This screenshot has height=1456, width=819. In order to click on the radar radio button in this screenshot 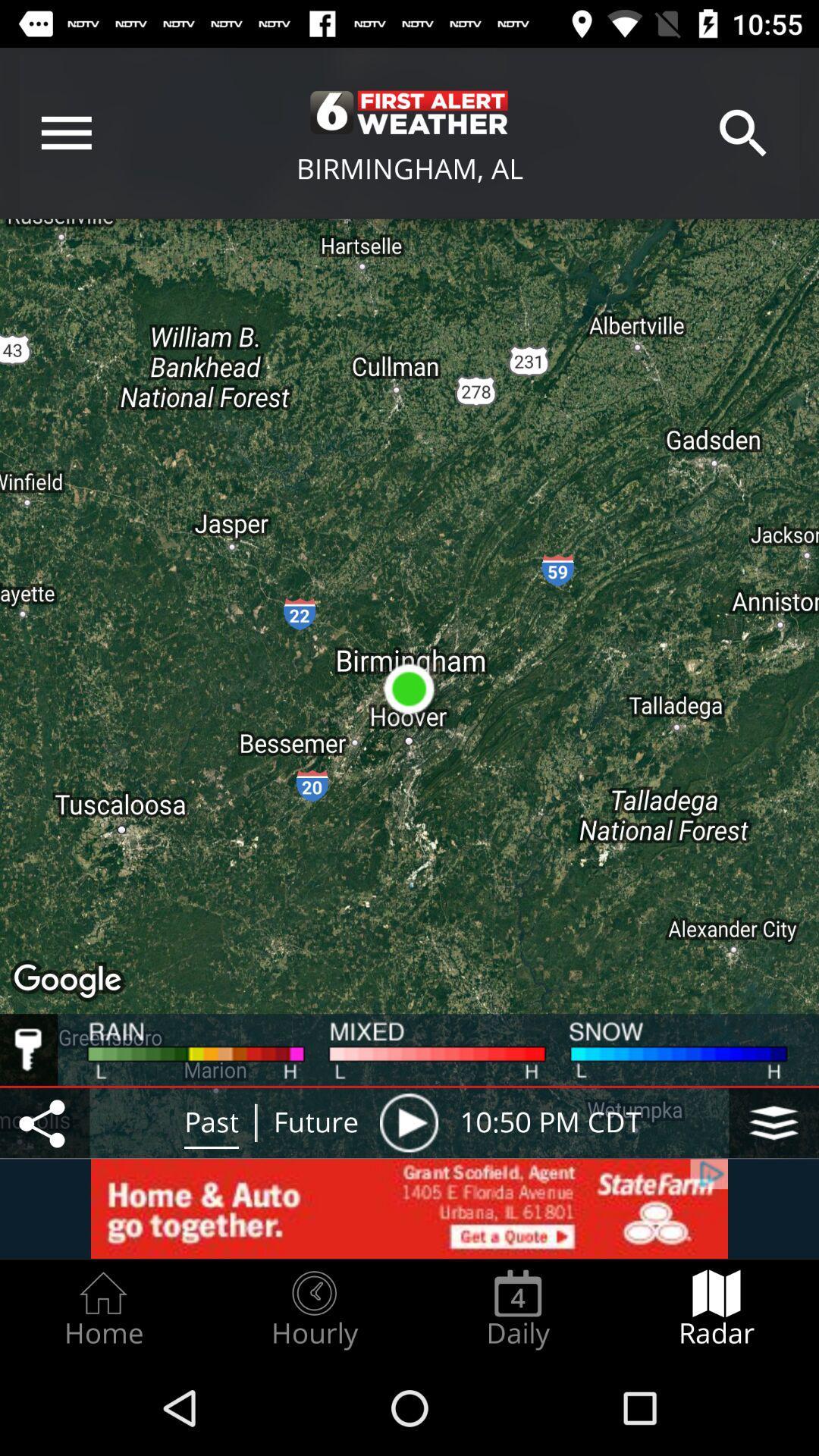, I will do `click(717, 1309)`.